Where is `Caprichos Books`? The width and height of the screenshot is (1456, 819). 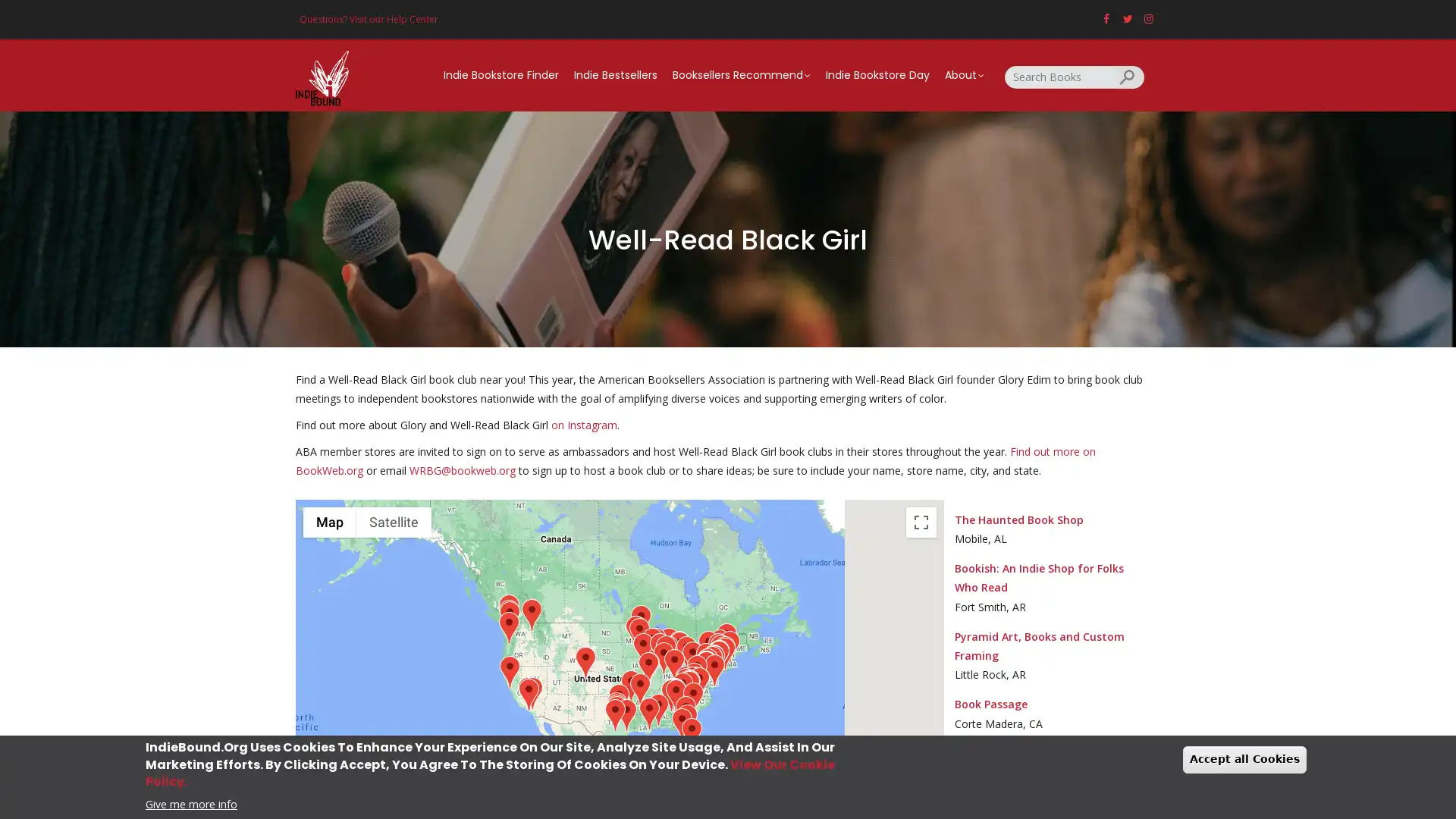
Caprichos Books is located at coordinates (713, 669).